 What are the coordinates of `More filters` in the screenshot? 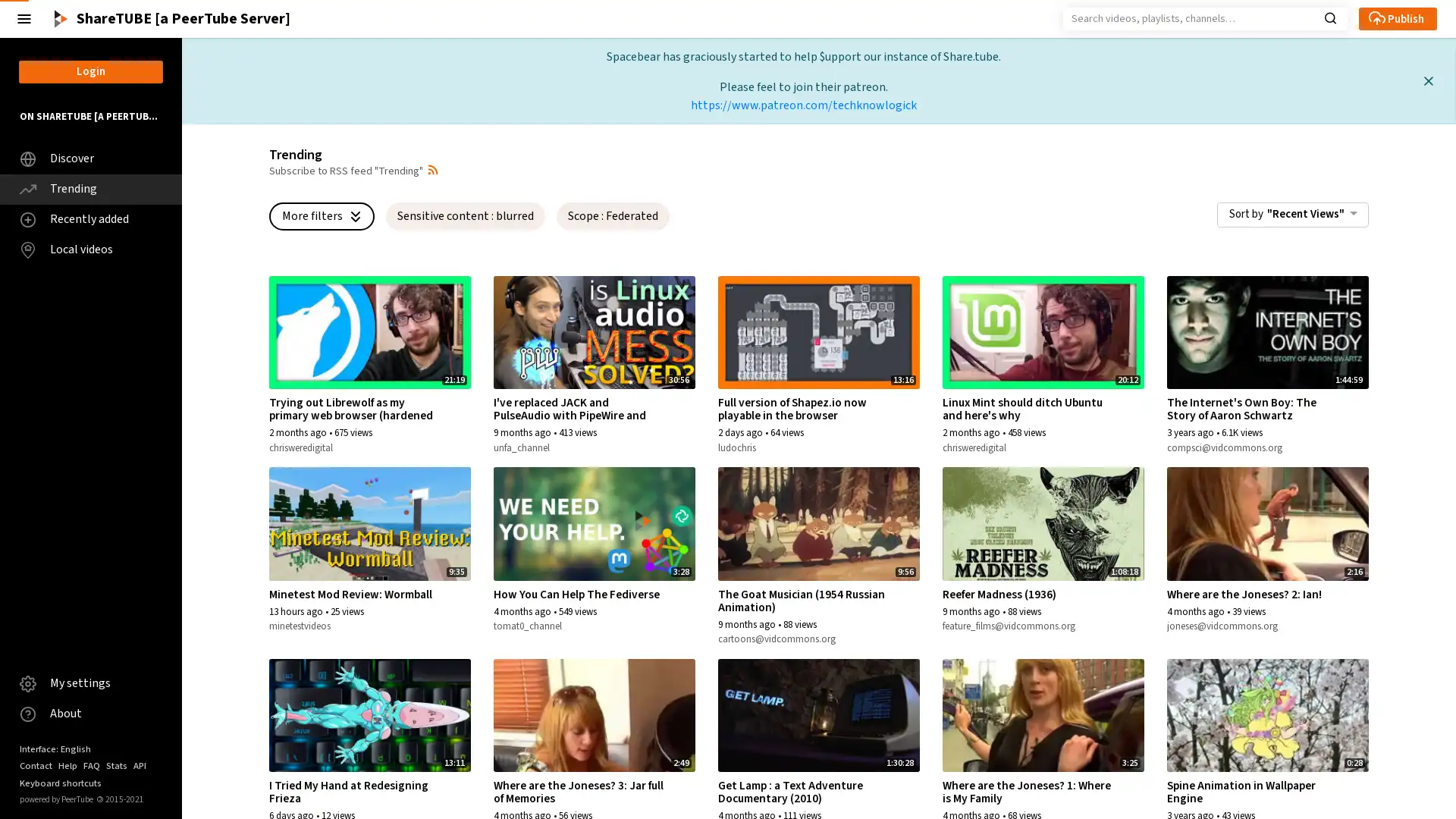 It's located at (321, 215).